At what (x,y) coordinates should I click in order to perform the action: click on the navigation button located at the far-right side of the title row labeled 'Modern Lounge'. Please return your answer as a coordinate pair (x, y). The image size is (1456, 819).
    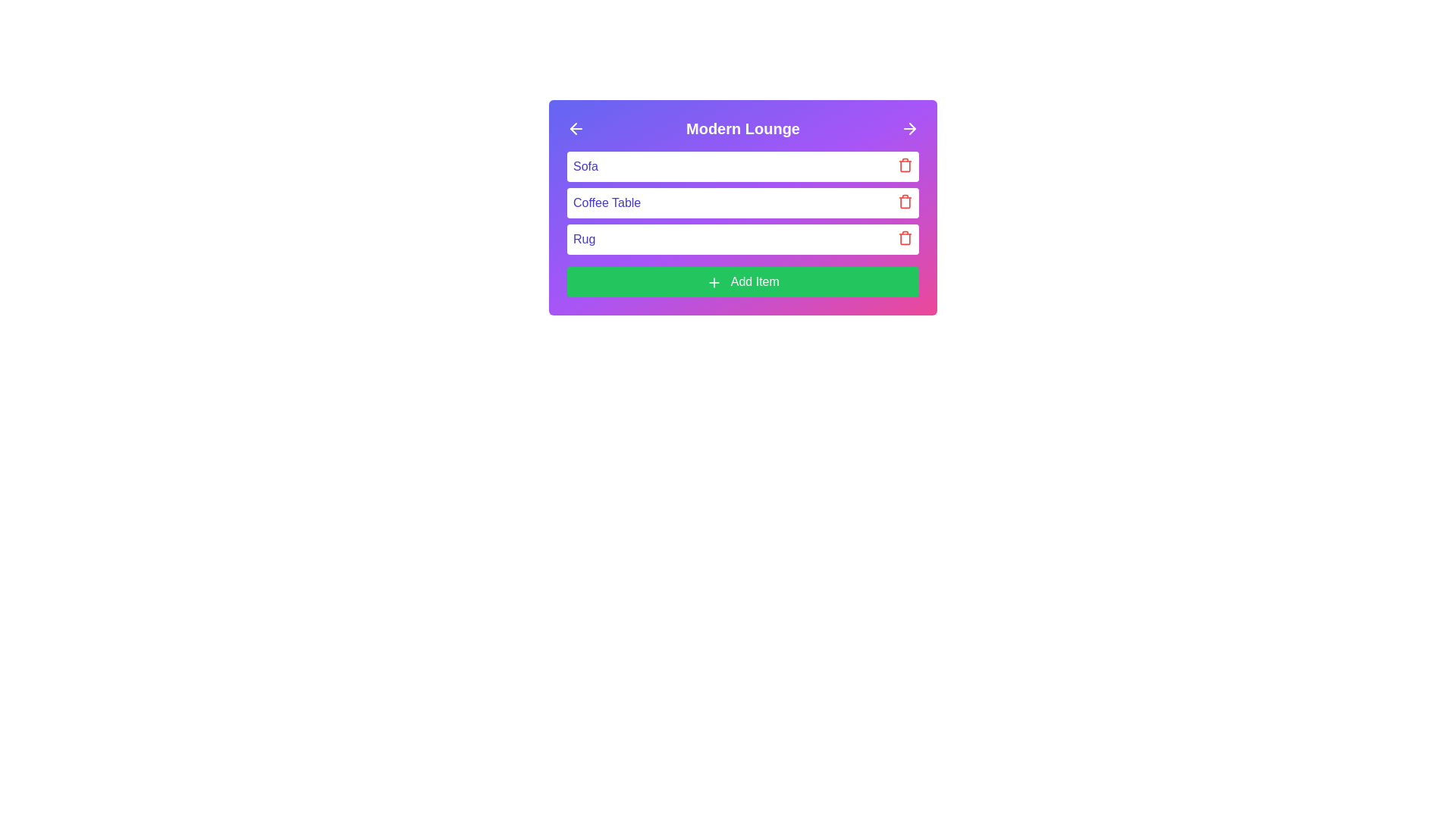
    Looking at the image, I should click on (910, 127).